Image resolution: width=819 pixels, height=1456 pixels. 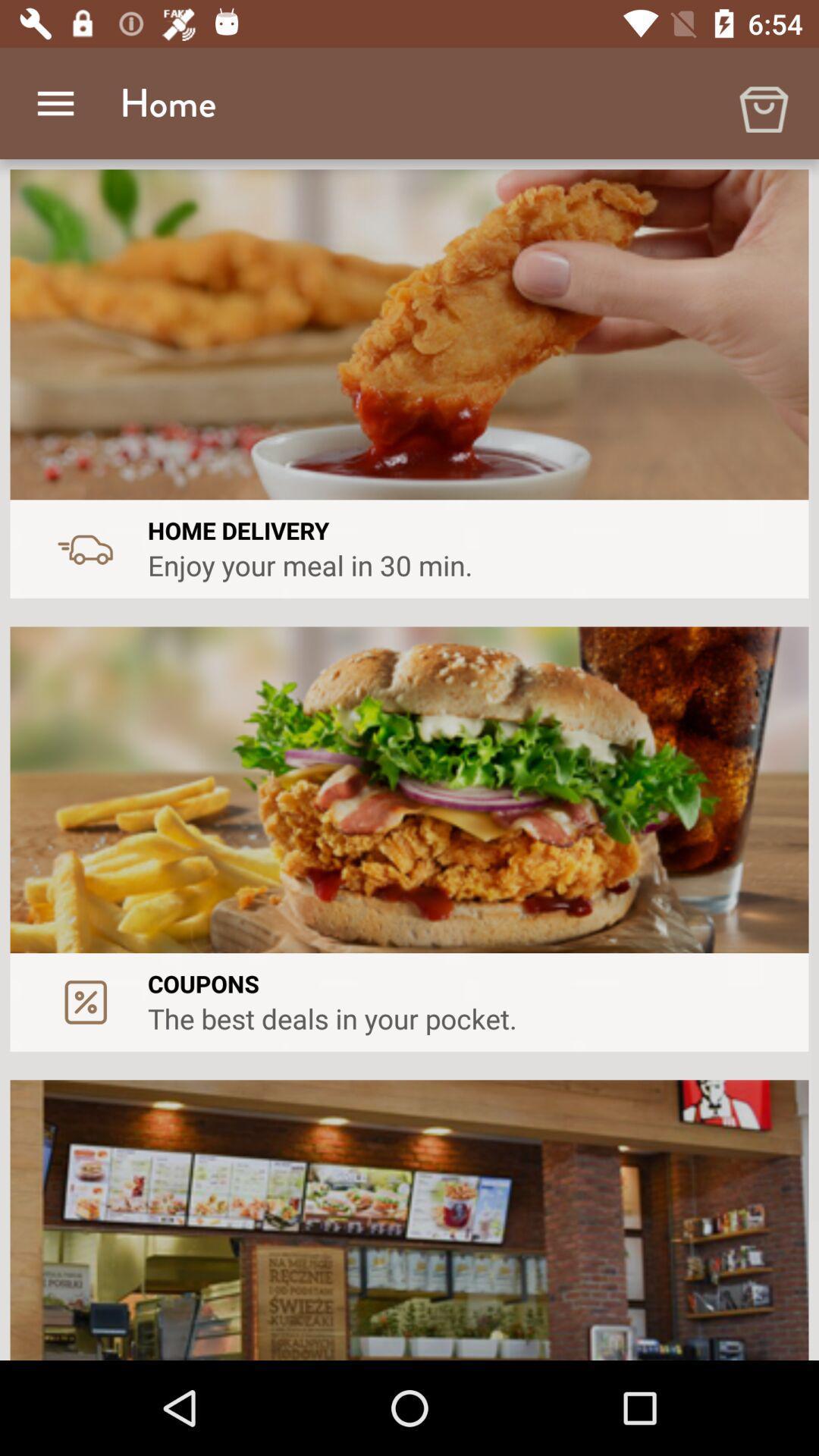 What do you see at coordinates (55, 102) in the screenshot?
I see `app next to the home app` at bounding box center [55, 102].